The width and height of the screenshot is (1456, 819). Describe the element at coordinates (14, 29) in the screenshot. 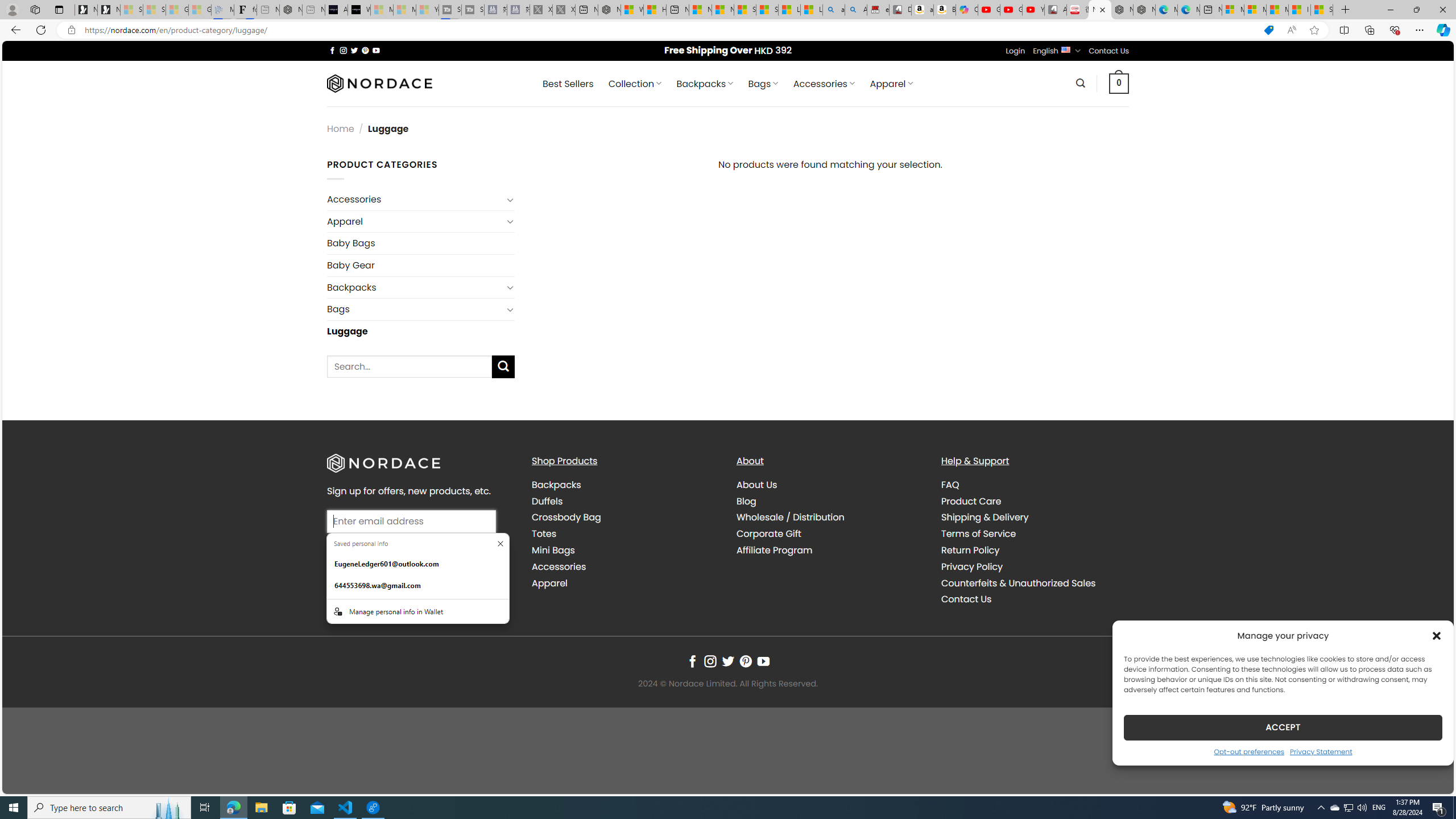

I see `'Back'` at that location.